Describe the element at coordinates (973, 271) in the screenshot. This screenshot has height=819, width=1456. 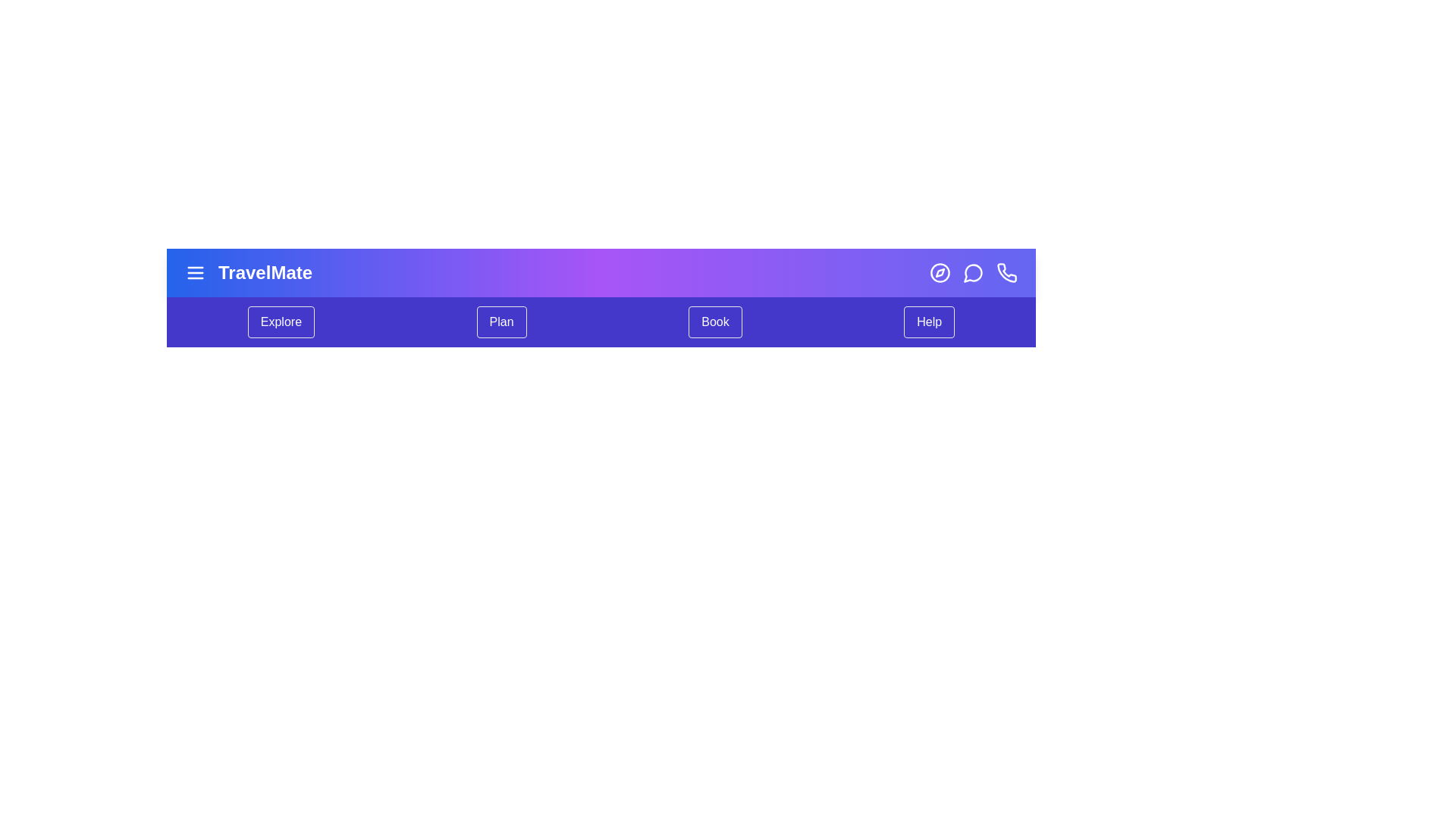
I see `the message icon in the TravelPlannerBar component` at that location.